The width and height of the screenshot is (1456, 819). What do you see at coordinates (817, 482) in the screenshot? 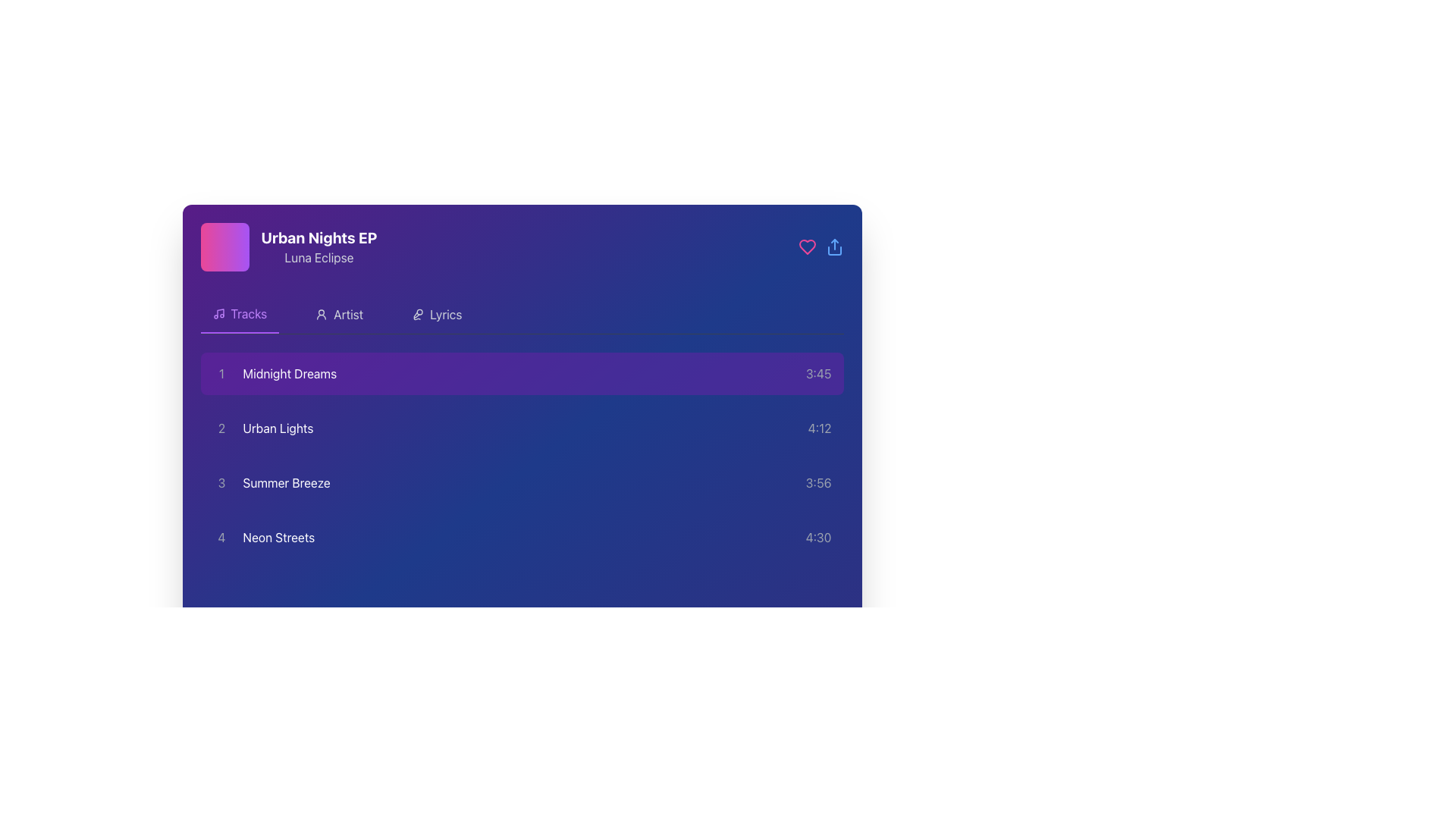
I see `the duration label for the track 'Summer Breeze', located on the right side of the third list item in the track listing interface` at bounding box center [817, 482].